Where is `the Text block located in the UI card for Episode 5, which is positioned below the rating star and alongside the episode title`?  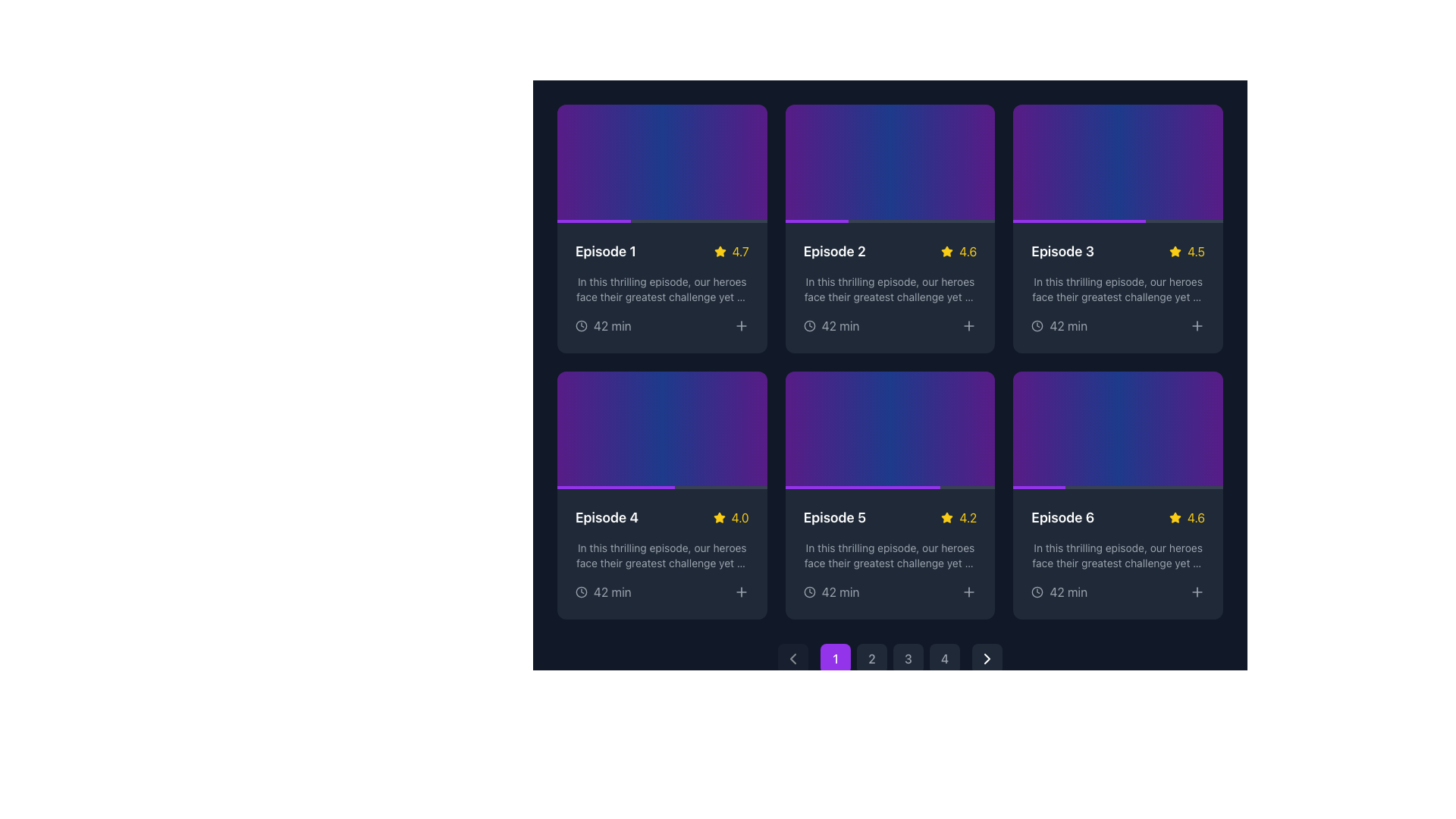 the Text block located in the UI card for Episode 5, which is positioned below the rating star and alongside the episode title is located at coordinates (890, 556).